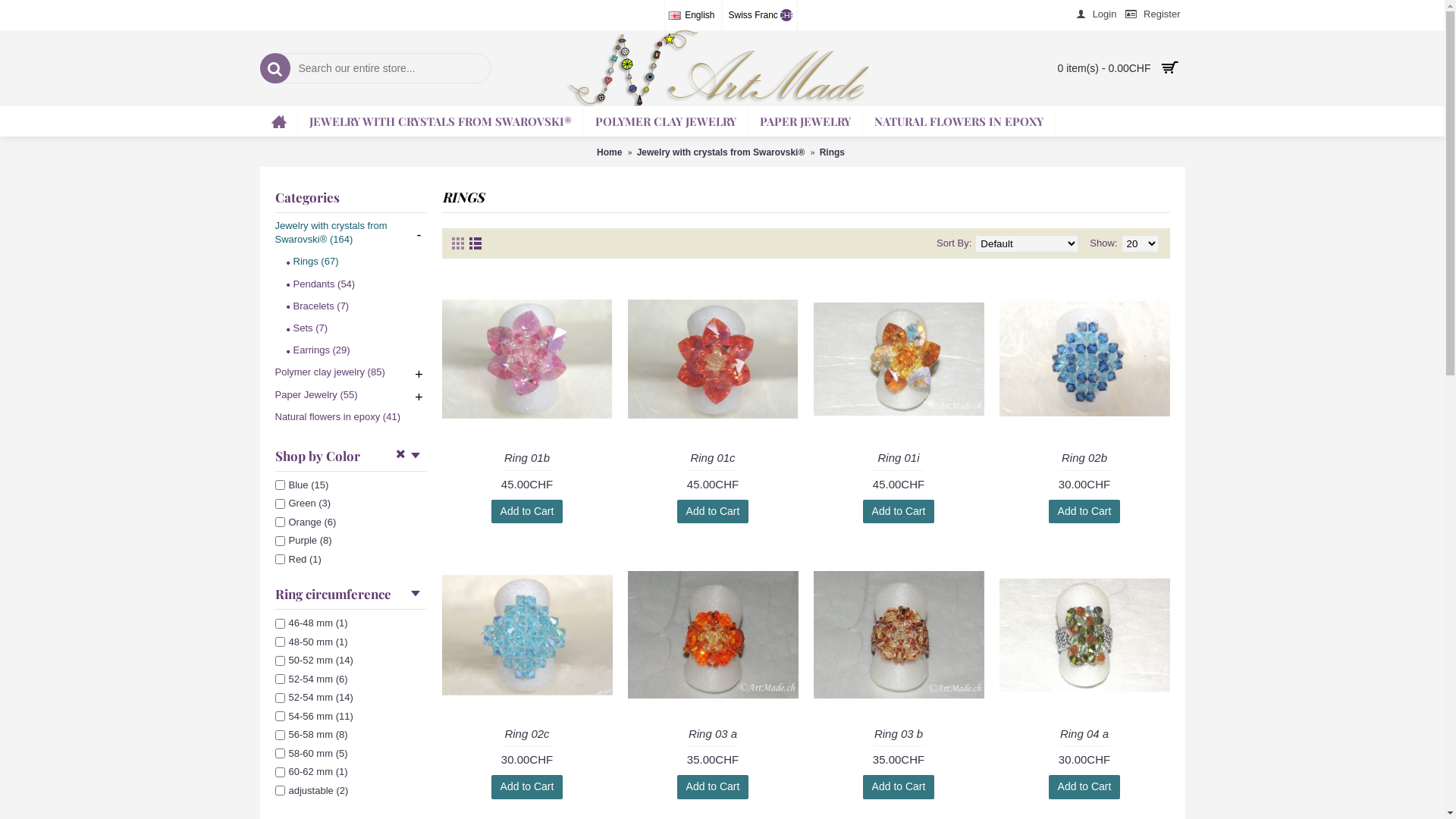 Image resolution: width=1456 pixels, height=819 pixels. I want to click on 'Natural flowers in epoxy (41)', so click(349, 415).